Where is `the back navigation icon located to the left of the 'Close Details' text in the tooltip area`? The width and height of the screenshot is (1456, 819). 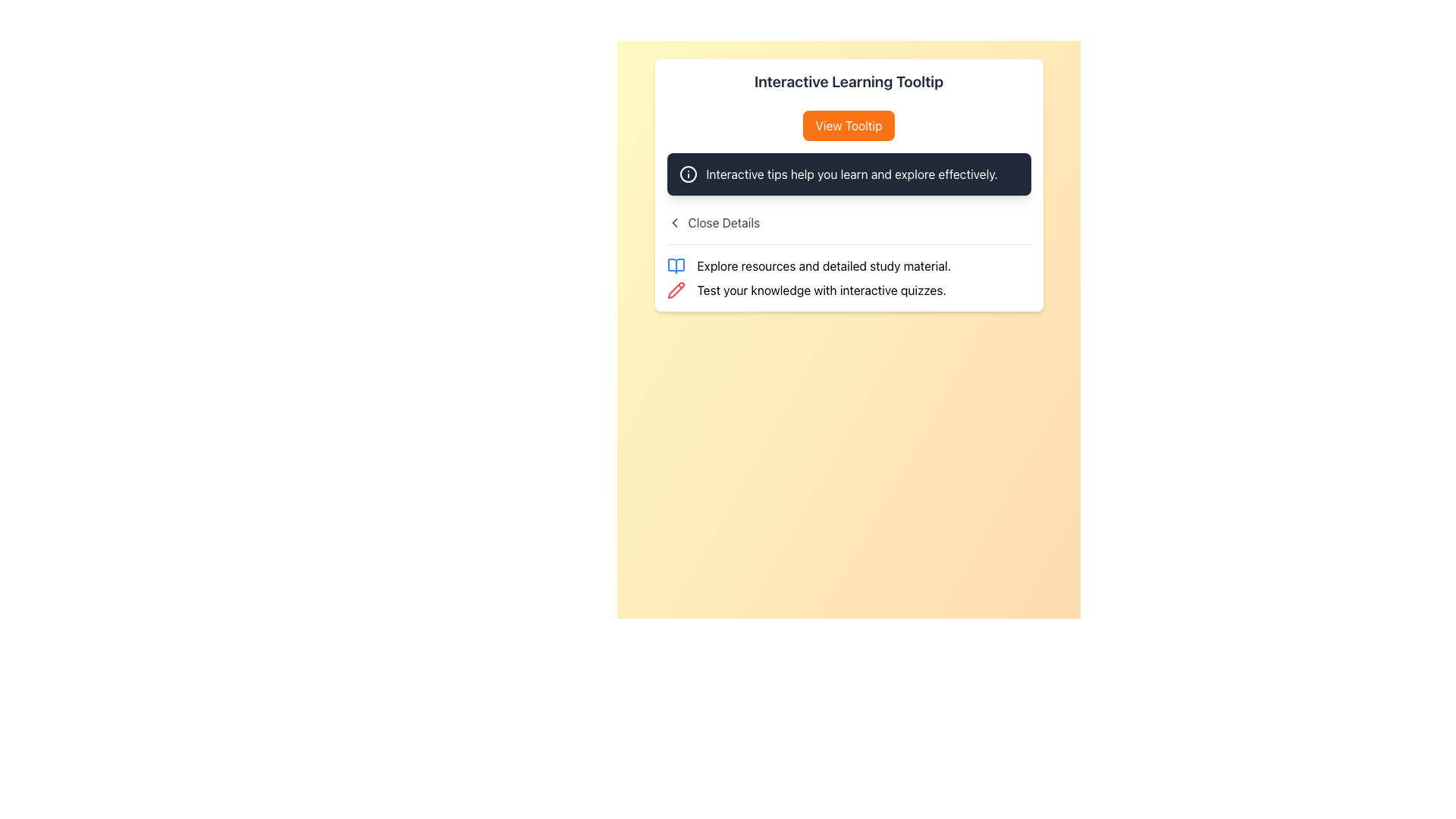 the back navigation icon located to the left of the 'Close Details' text in the tooltip area is located at coordinates (673, 222).